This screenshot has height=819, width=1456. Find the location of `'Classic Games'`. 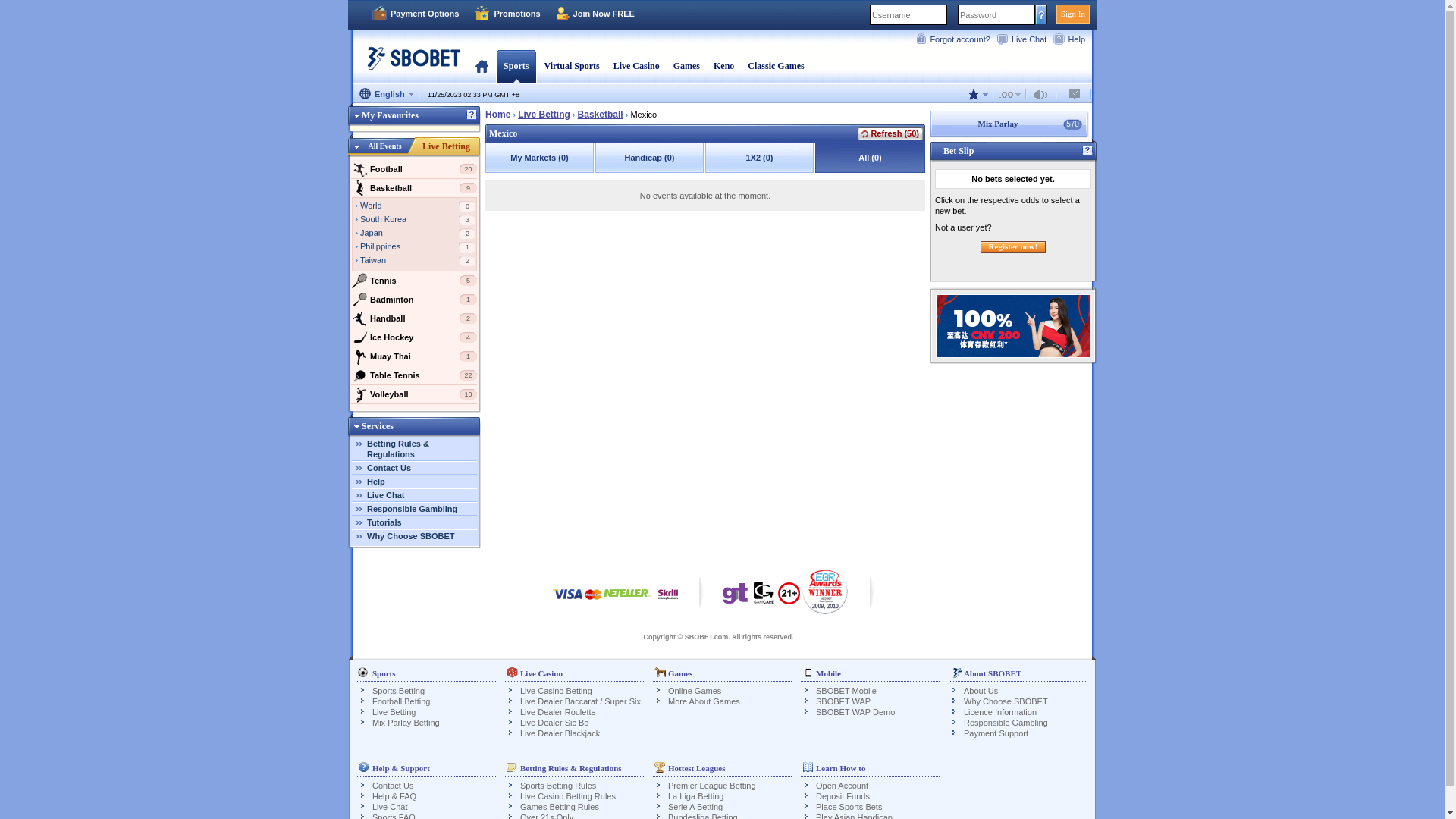

'Classic Games' is located at coordinates (775, 65).